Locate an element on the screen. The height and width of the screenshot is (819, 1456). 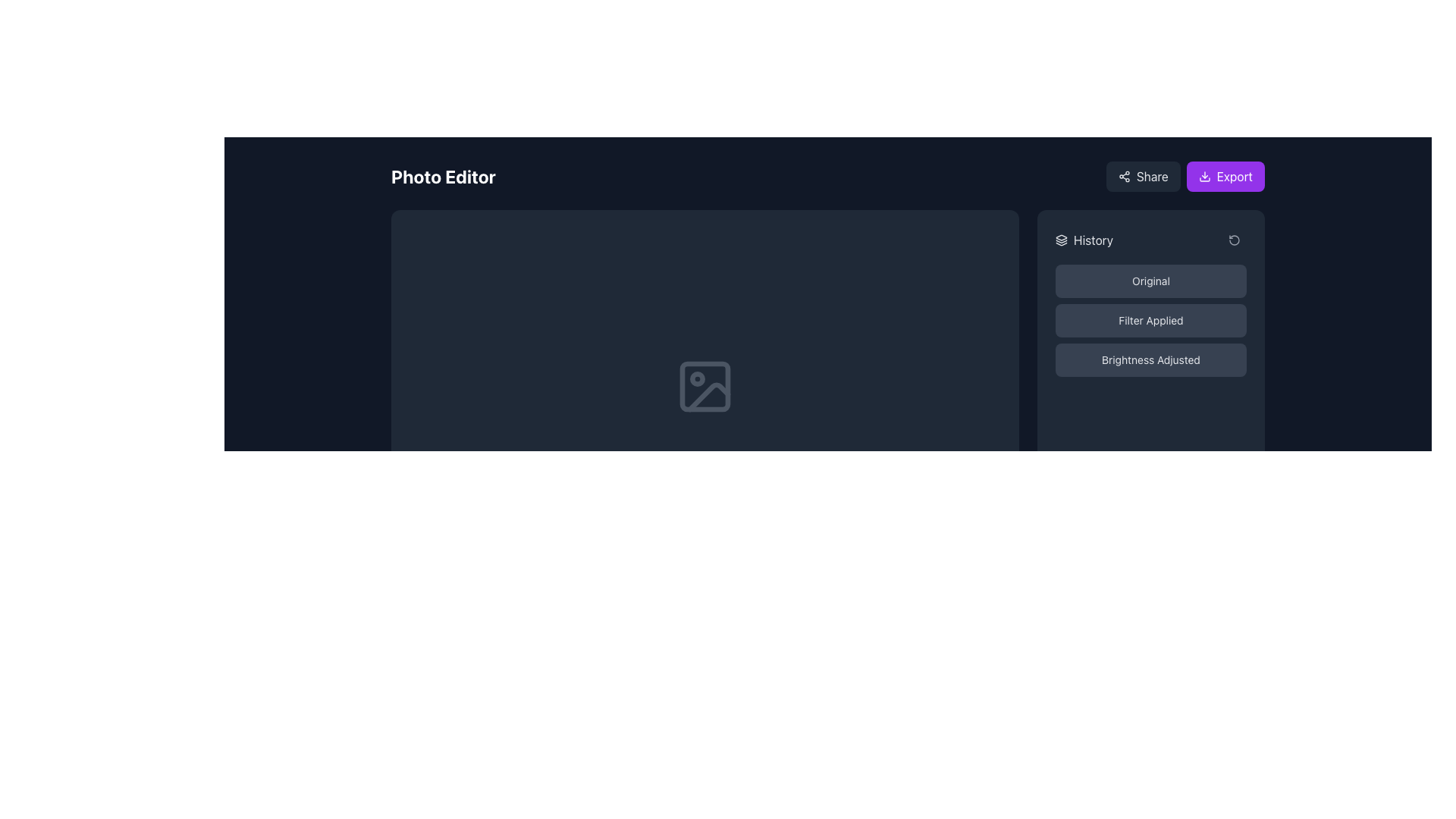
the Interactive placeholder is located at coordinates (704, 385).